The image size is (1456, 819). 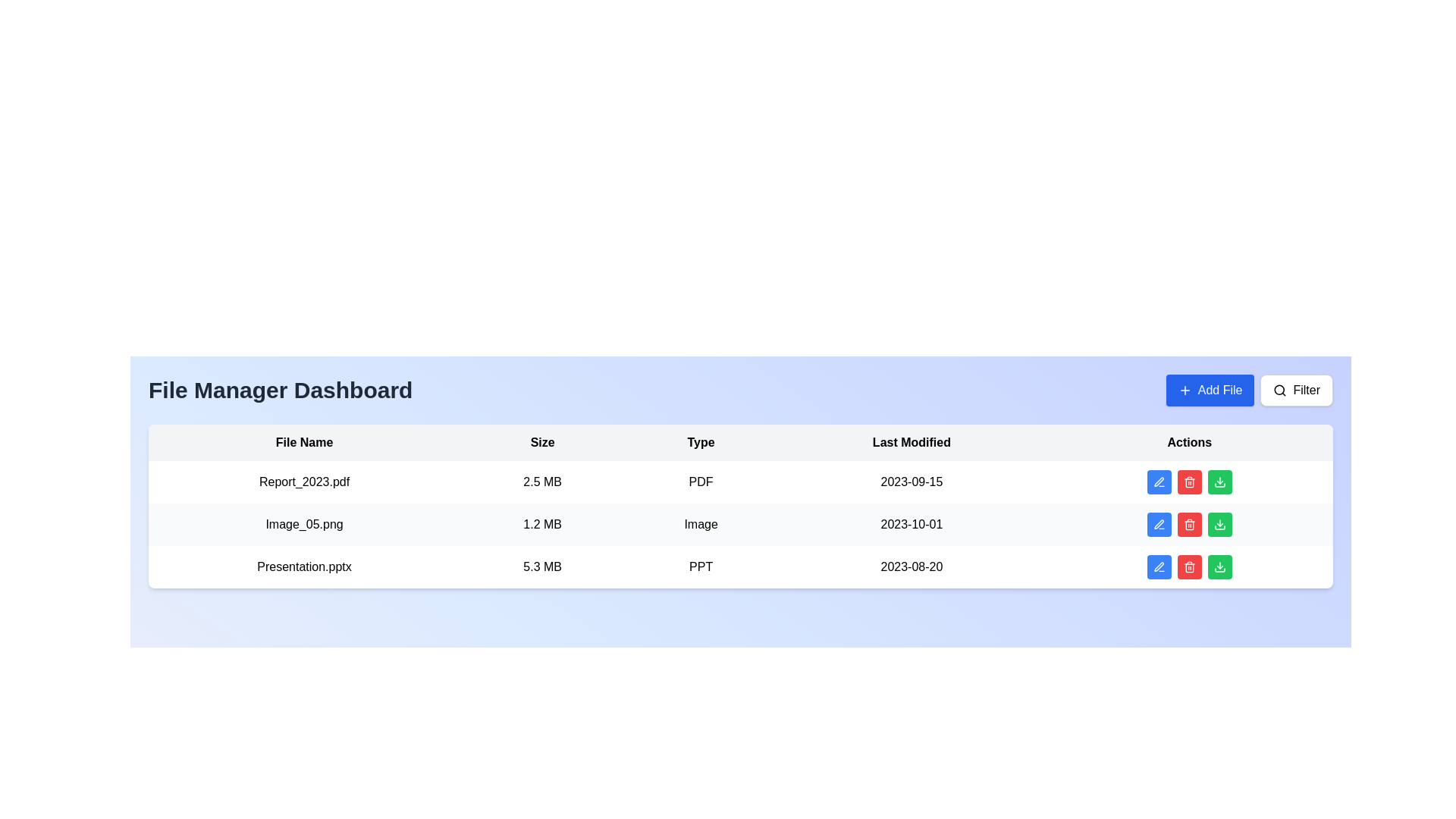 I want to click on the download icon button with a green background located in the 'Actions' column for 'Image_05.png', so click(x=1219, y=482).